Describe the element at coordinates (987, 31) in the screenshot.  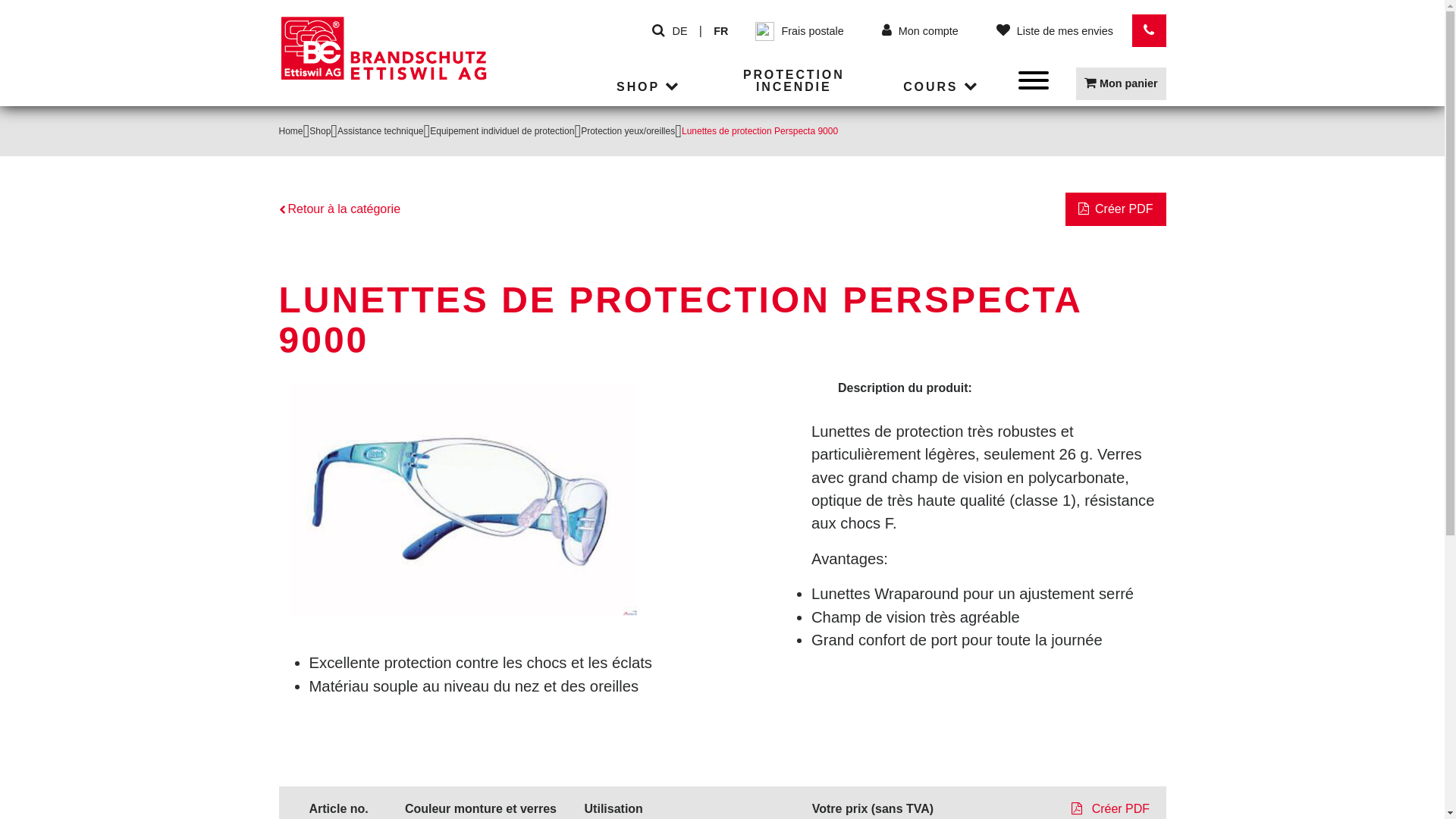
I see `'Liste de mes envies'` at that location.